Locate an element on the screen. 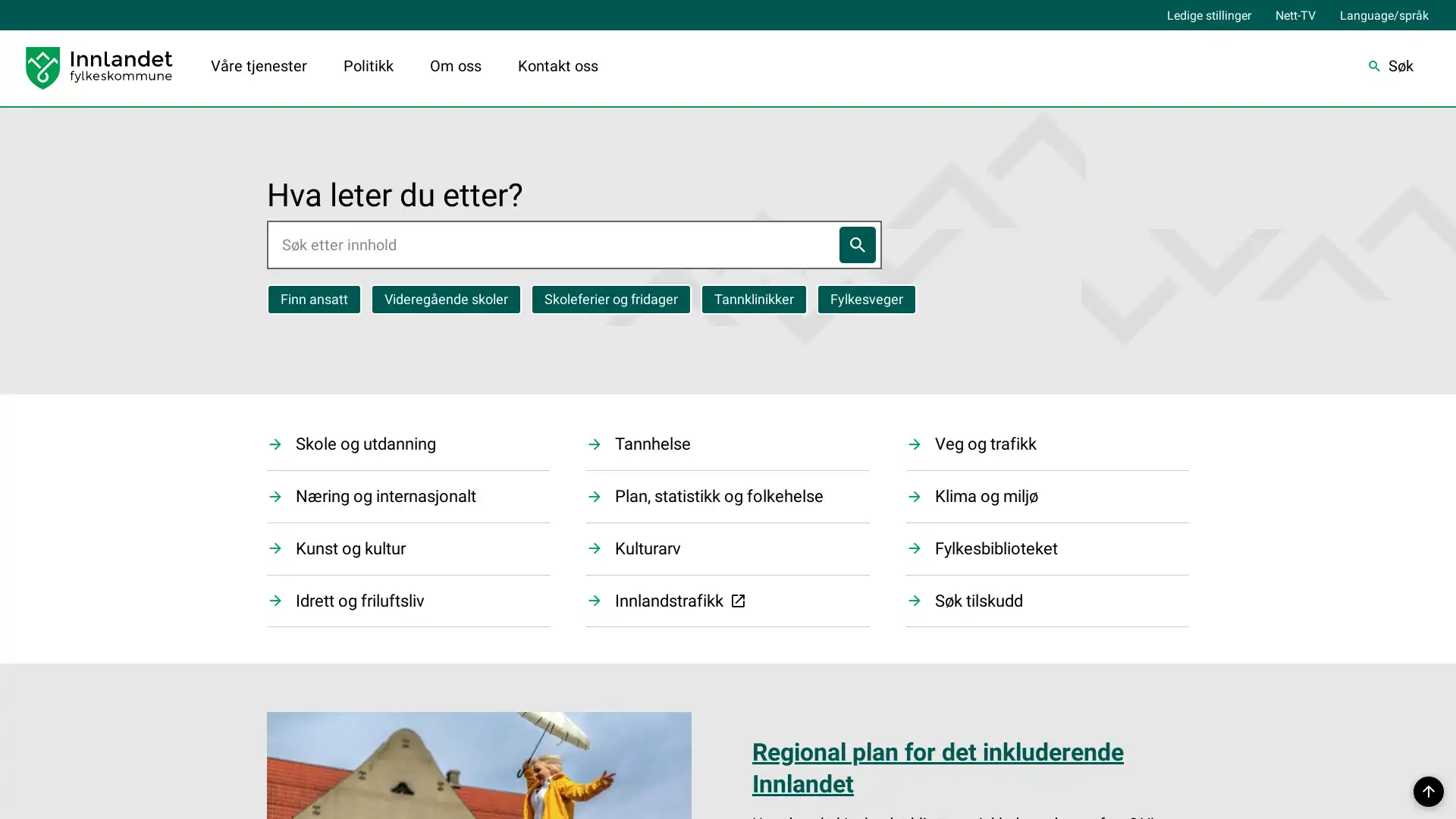 The image size is (1456, 819). Sk is located at coordinates (1390, 67).